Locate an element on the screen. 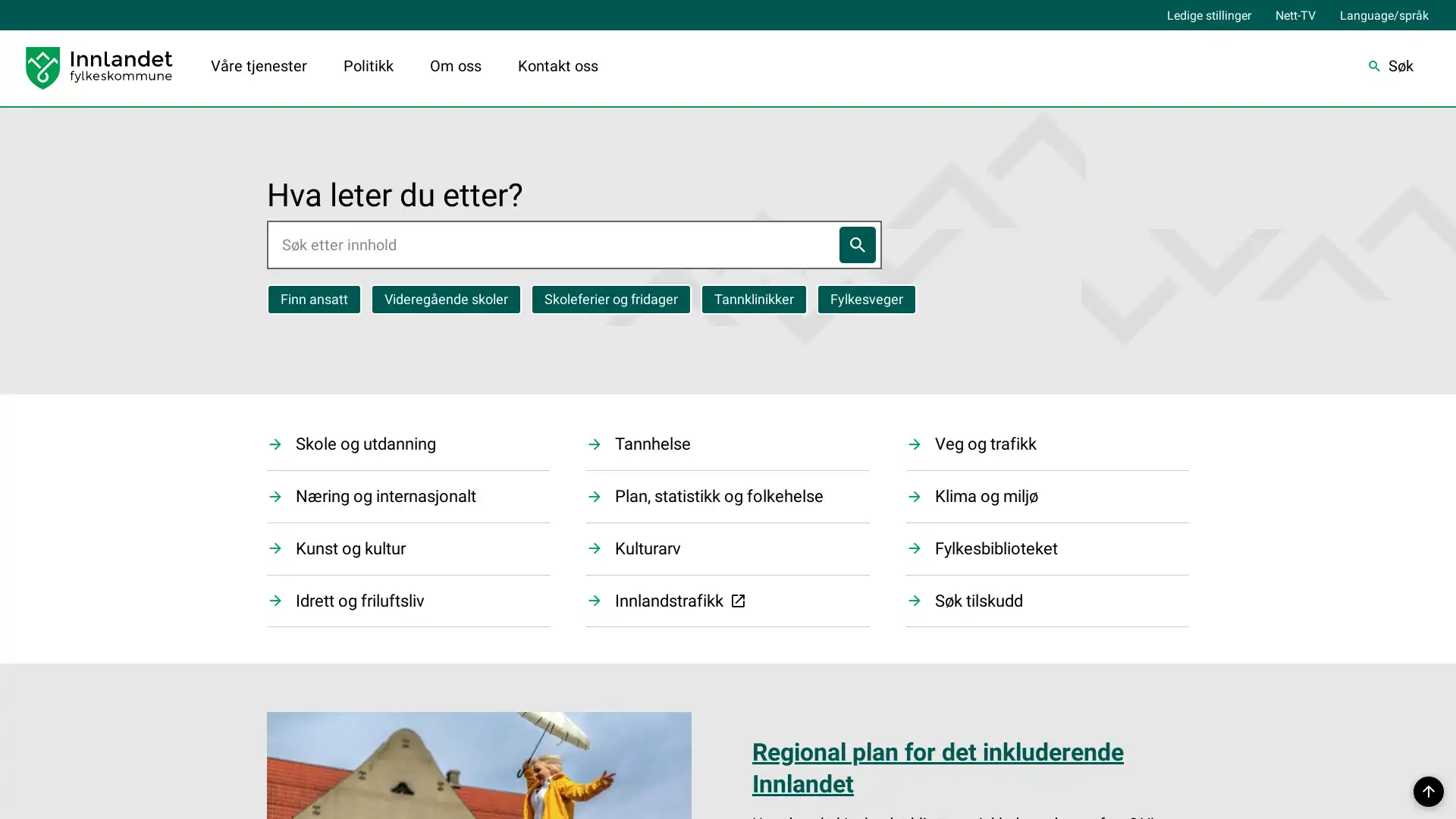 The image size is (1456, 819). Sk is located at coordinates (1390, 67).